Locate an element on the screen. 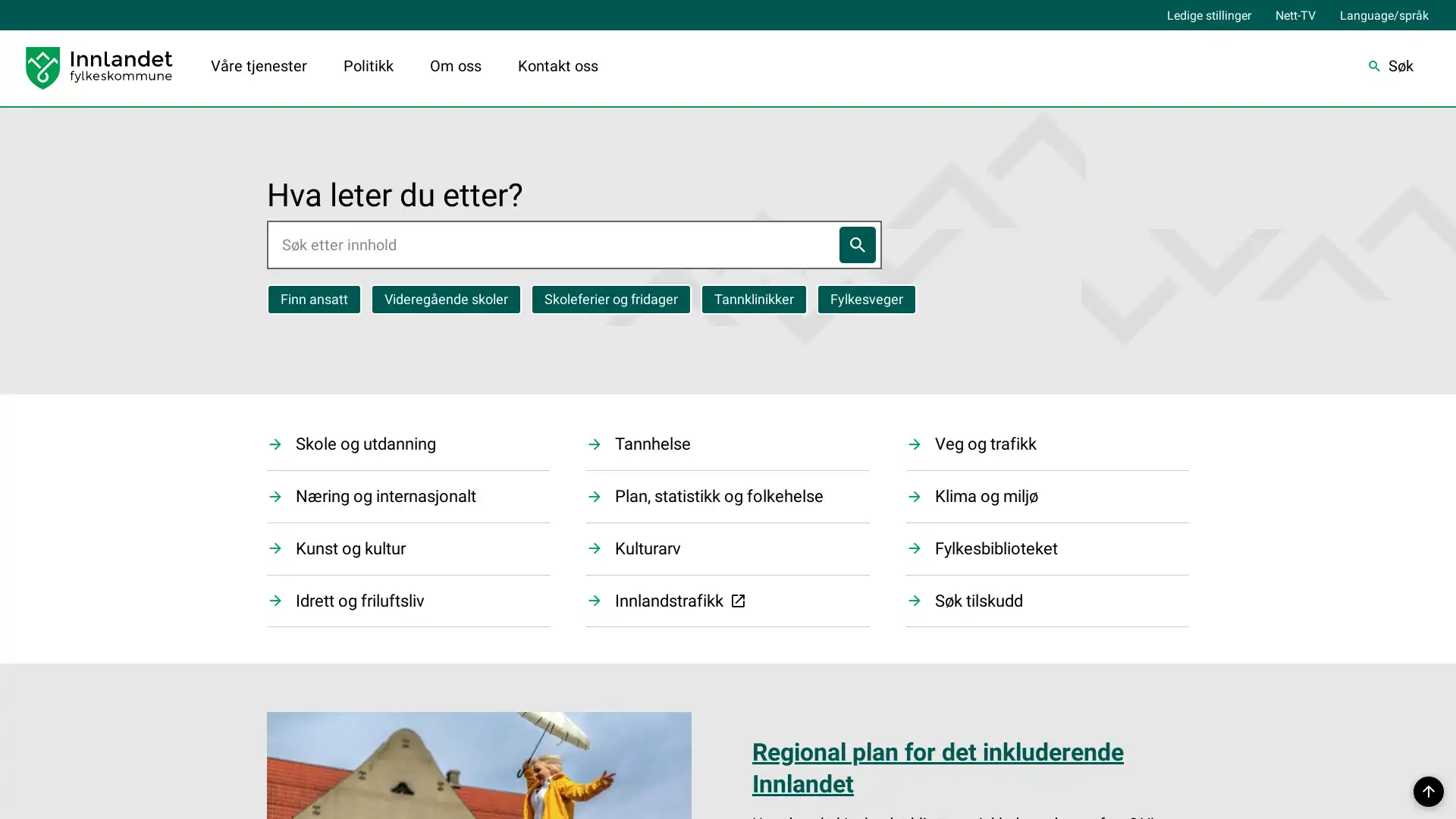 The image size is (1456, 819). Sk is located at coordinates (1390, 67).